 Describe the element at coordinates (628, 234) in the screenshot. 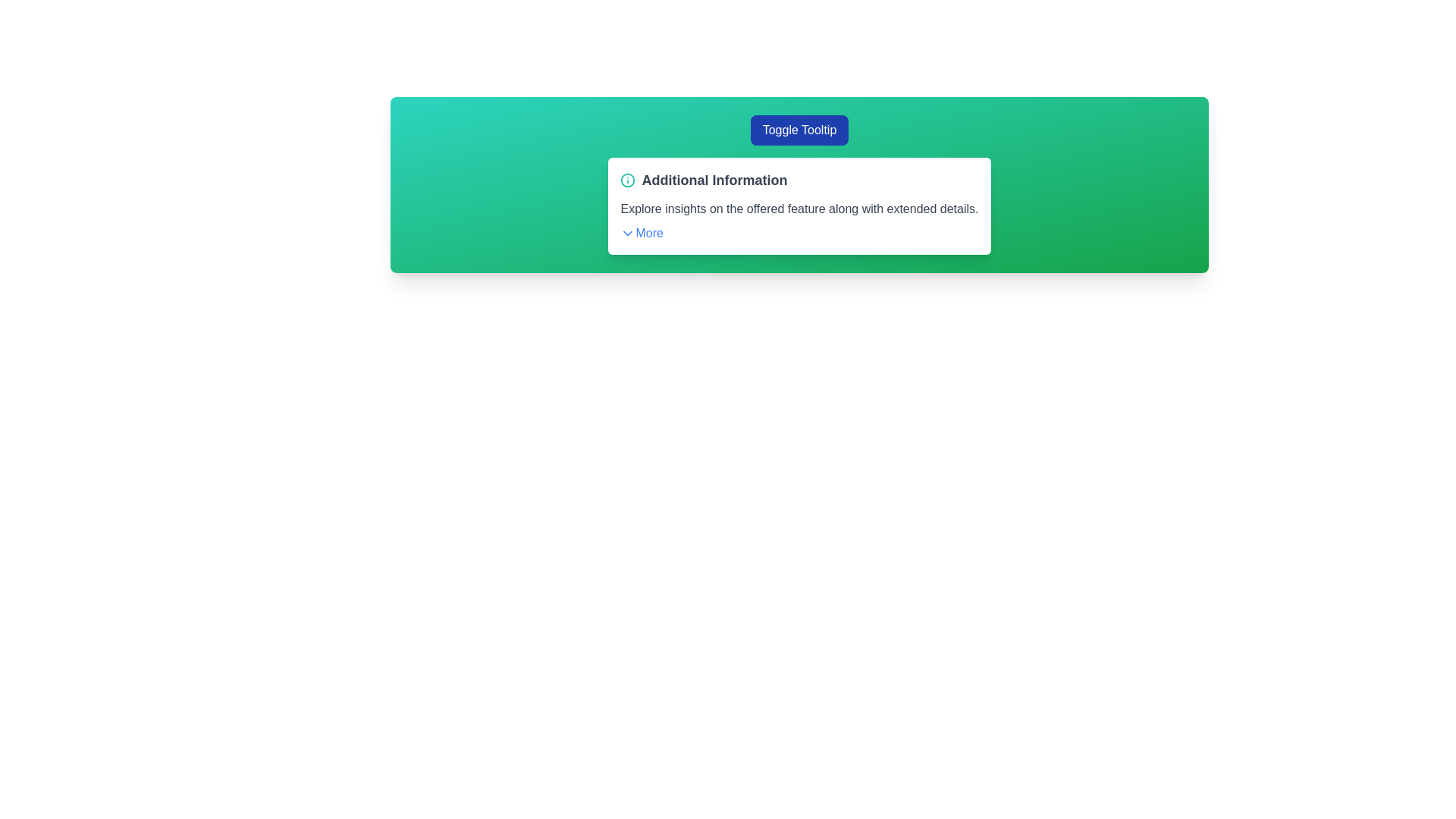

I see `the downwards-pointing chevron-style arrow icon located next to the 'More' text in the green information panel` at that location.